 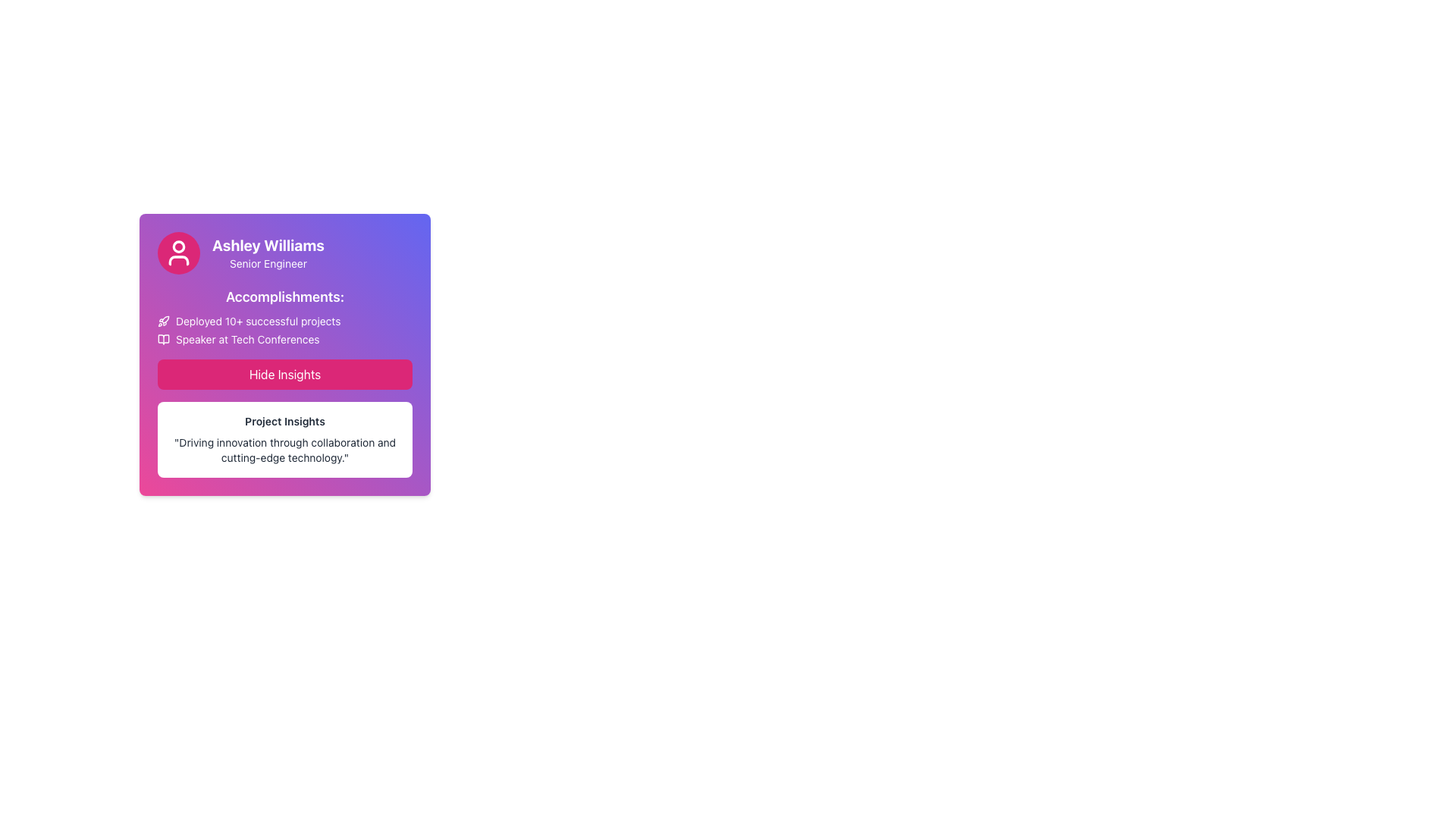 I want to click on text content of the Text Display element that shows 'Ashley Williams' and 'Senior Engineer', which is centrally aligned and positioned above the 'Accomplishments' section, so click(x=268, y=253).